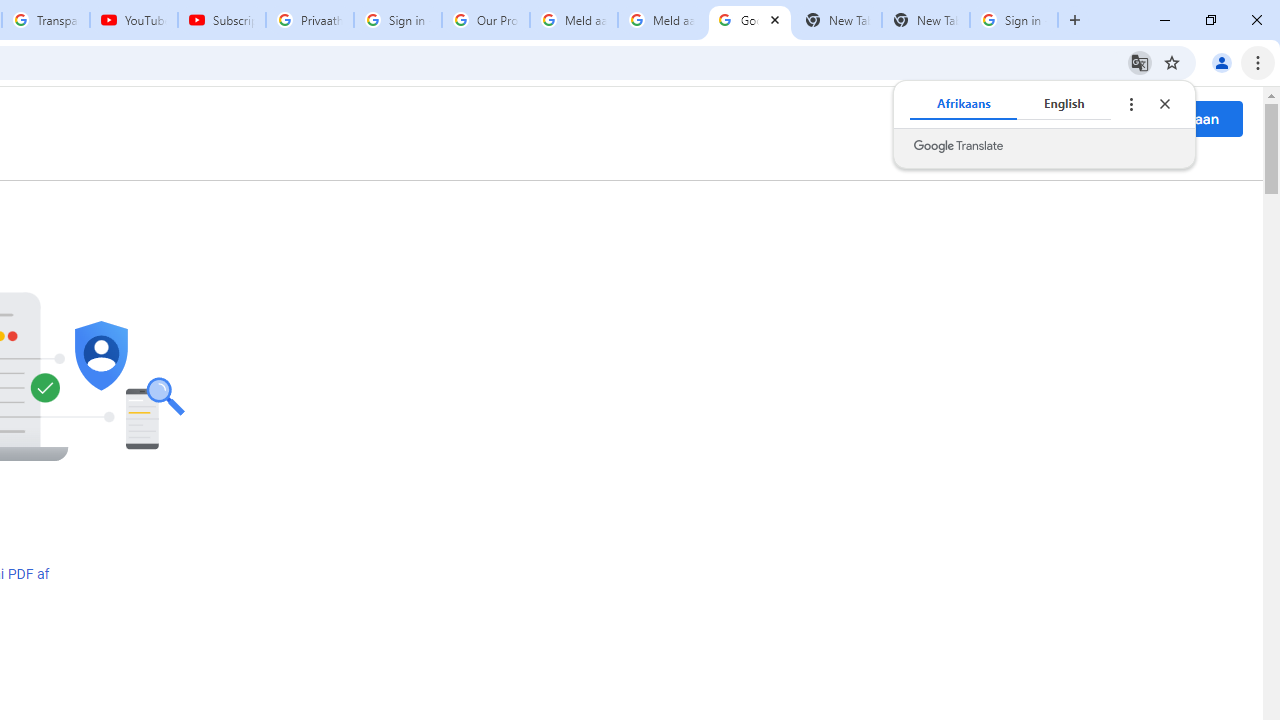 Image resolution: width=1280 pixels, height=720 pixels. Describe the element at coordinates (1188, 118) in the screenshot. I see `'Meld aan'` at that location.